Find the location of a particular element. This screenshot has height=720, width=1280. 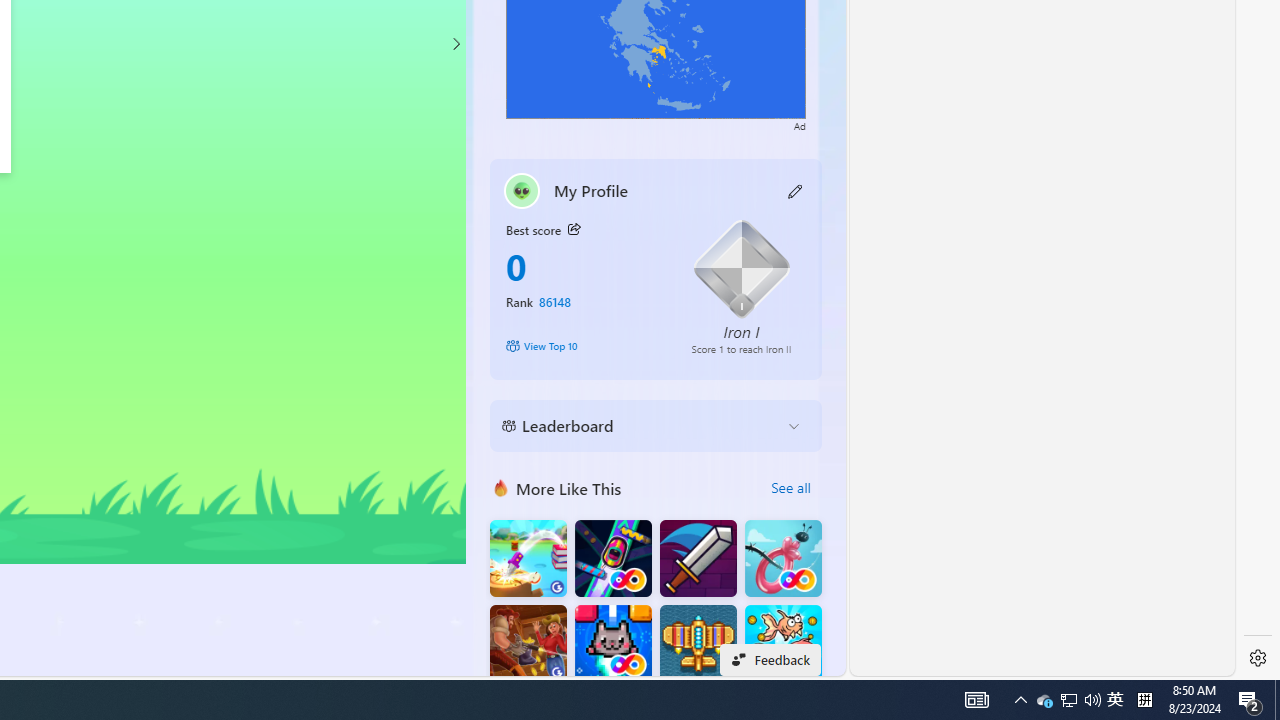

'Kitten Force FRVR' is located at coordinates (612, 643).